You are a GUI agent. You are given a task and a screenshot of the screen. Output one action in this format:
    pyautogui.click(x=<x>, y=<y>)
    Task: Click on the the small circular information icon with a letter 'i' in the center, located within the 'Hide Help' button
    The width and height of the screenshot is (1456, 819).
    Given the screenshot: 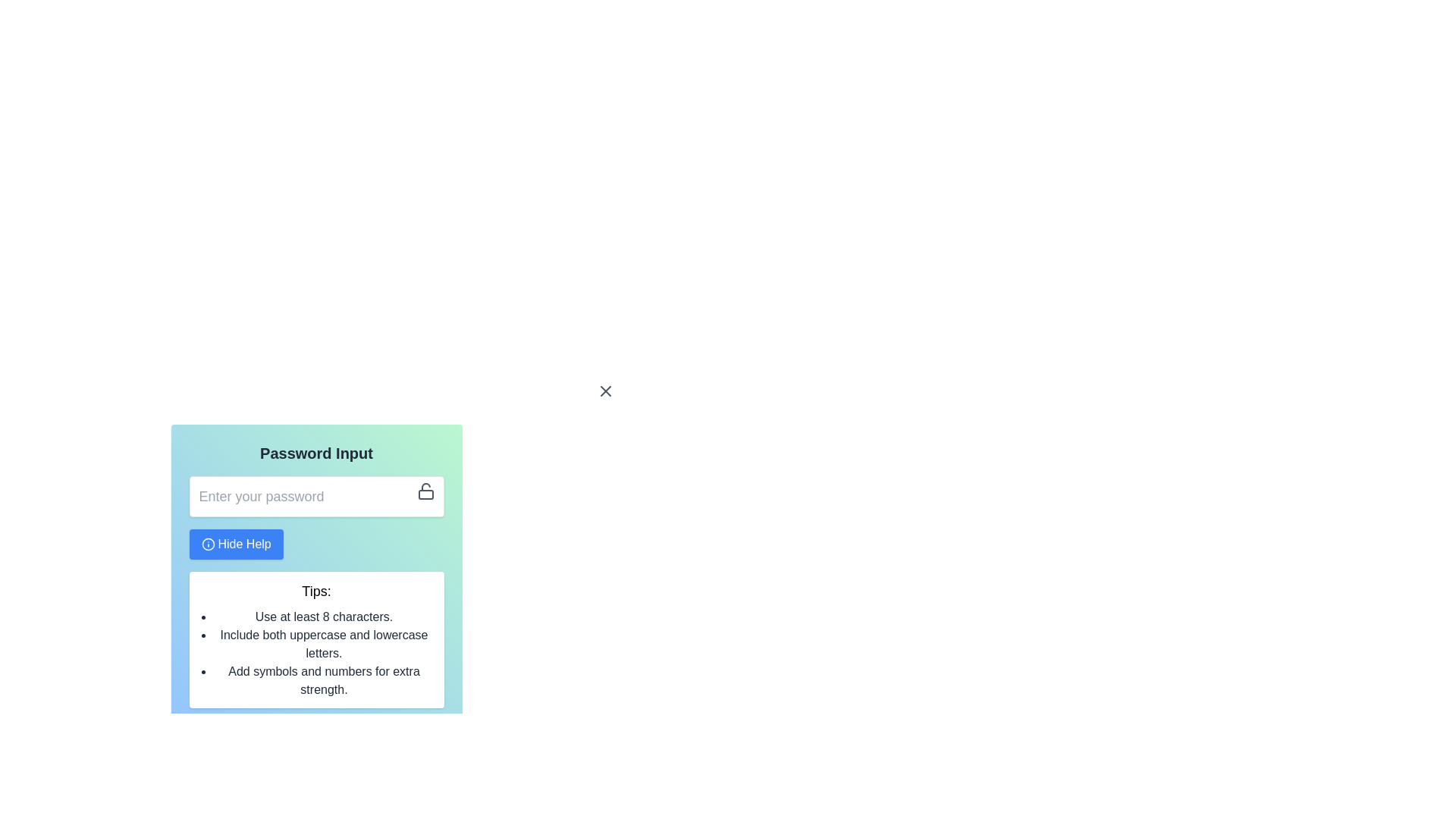 What is the action you would take?
    pyautogui.click(x=207, y=543)
    